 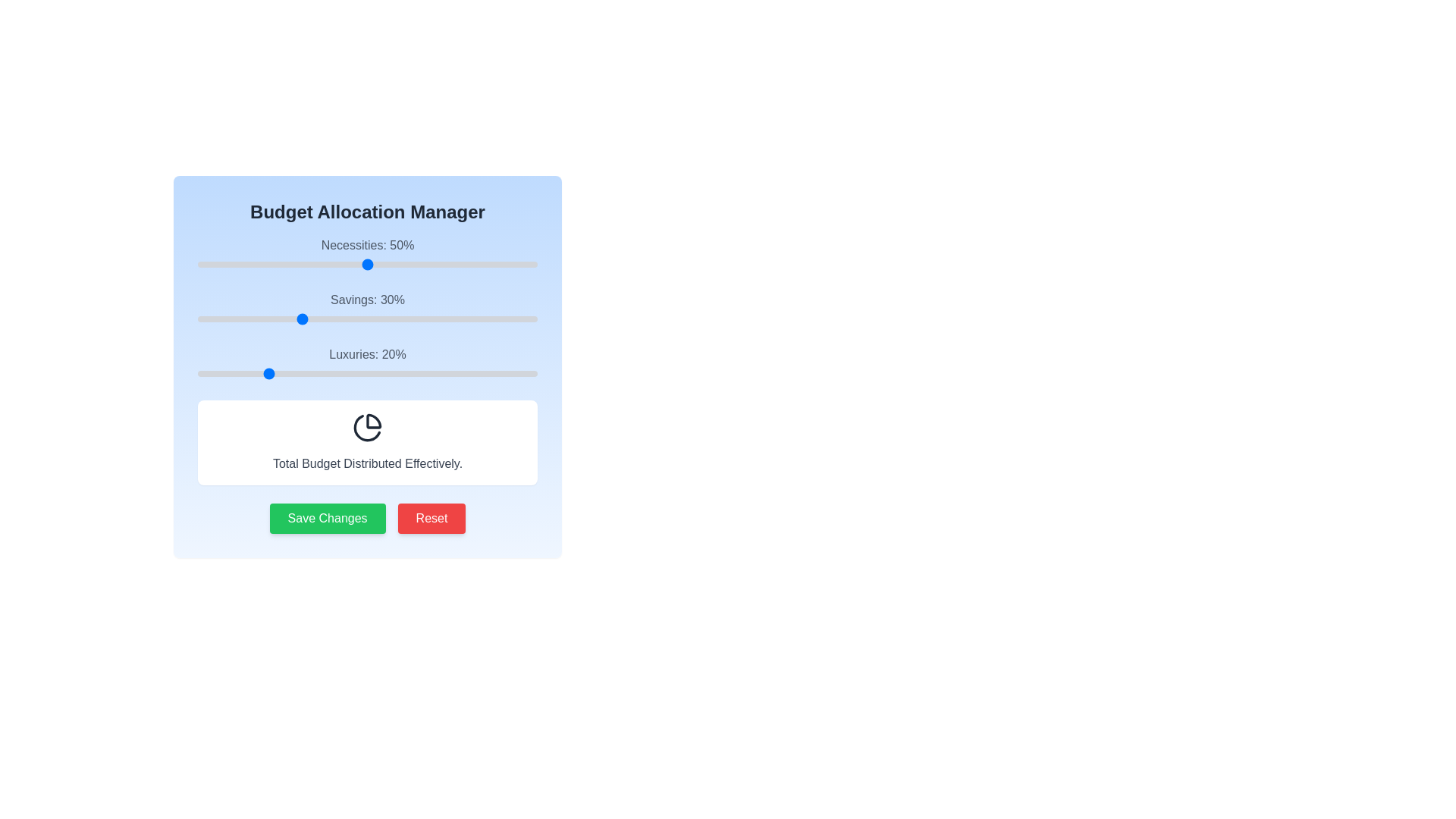 I want to click on luxuries percentage, so click(x=412, y=374).